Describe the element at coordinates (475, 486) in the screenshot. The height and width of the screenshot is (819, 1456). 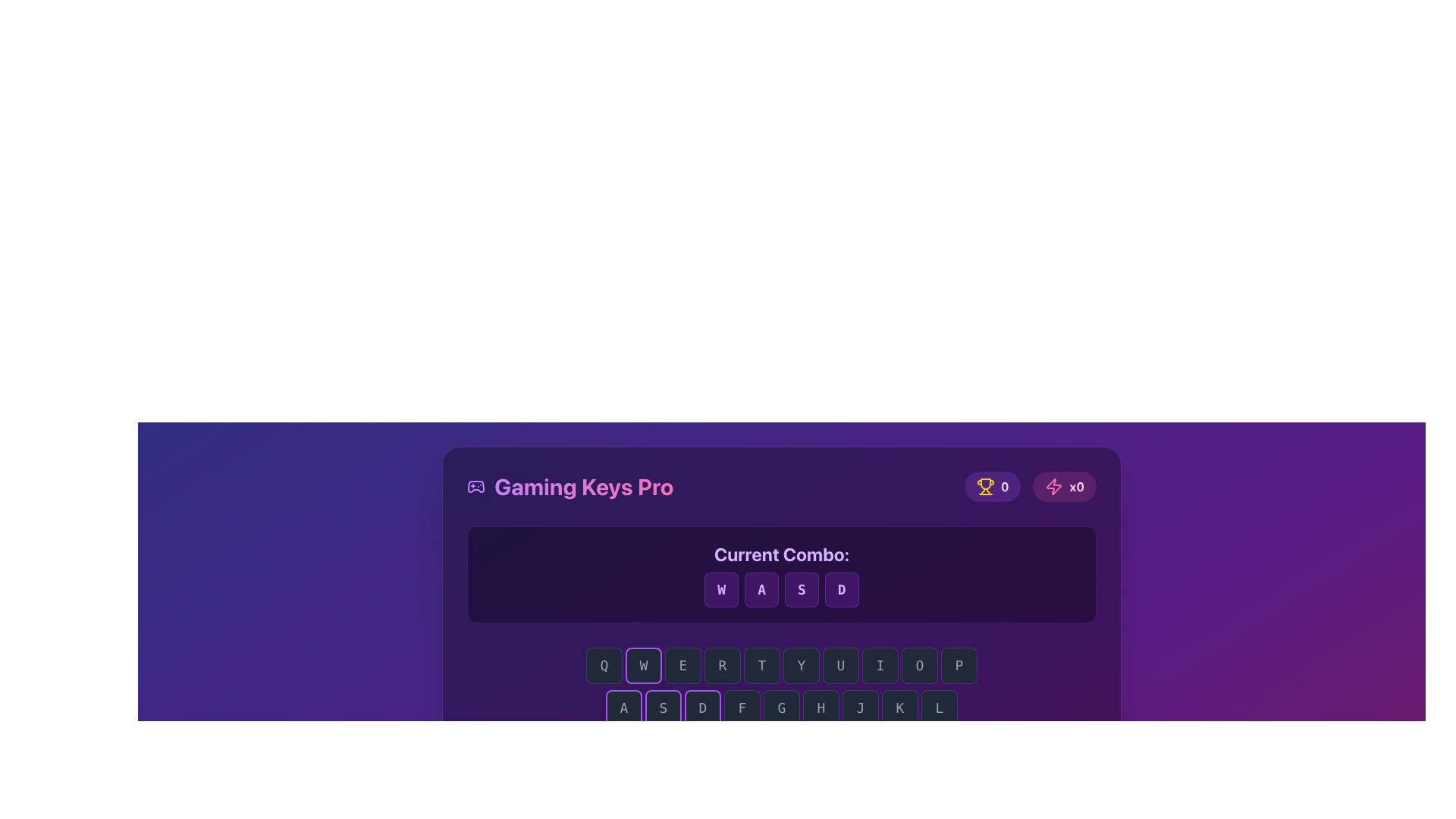
I see `the gamepad icon, which is a central graphical element in the icon group located near the top-right corner of the interface next to the 'Gaming Keys Pro' section header` at that location.